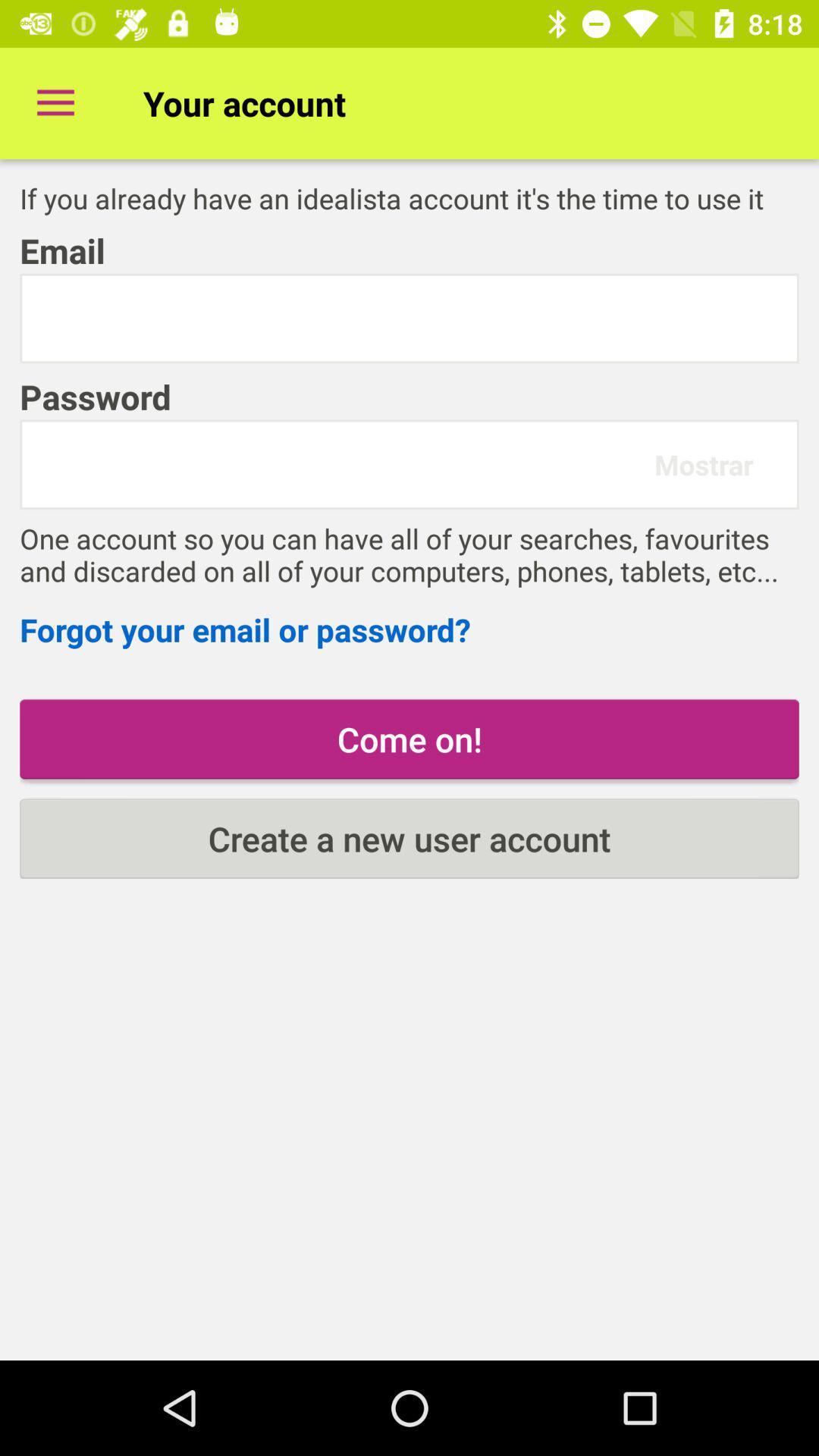 This screenshot has width=819, height=1456. I want to click on the item above the one account so item, so click(344, 463).